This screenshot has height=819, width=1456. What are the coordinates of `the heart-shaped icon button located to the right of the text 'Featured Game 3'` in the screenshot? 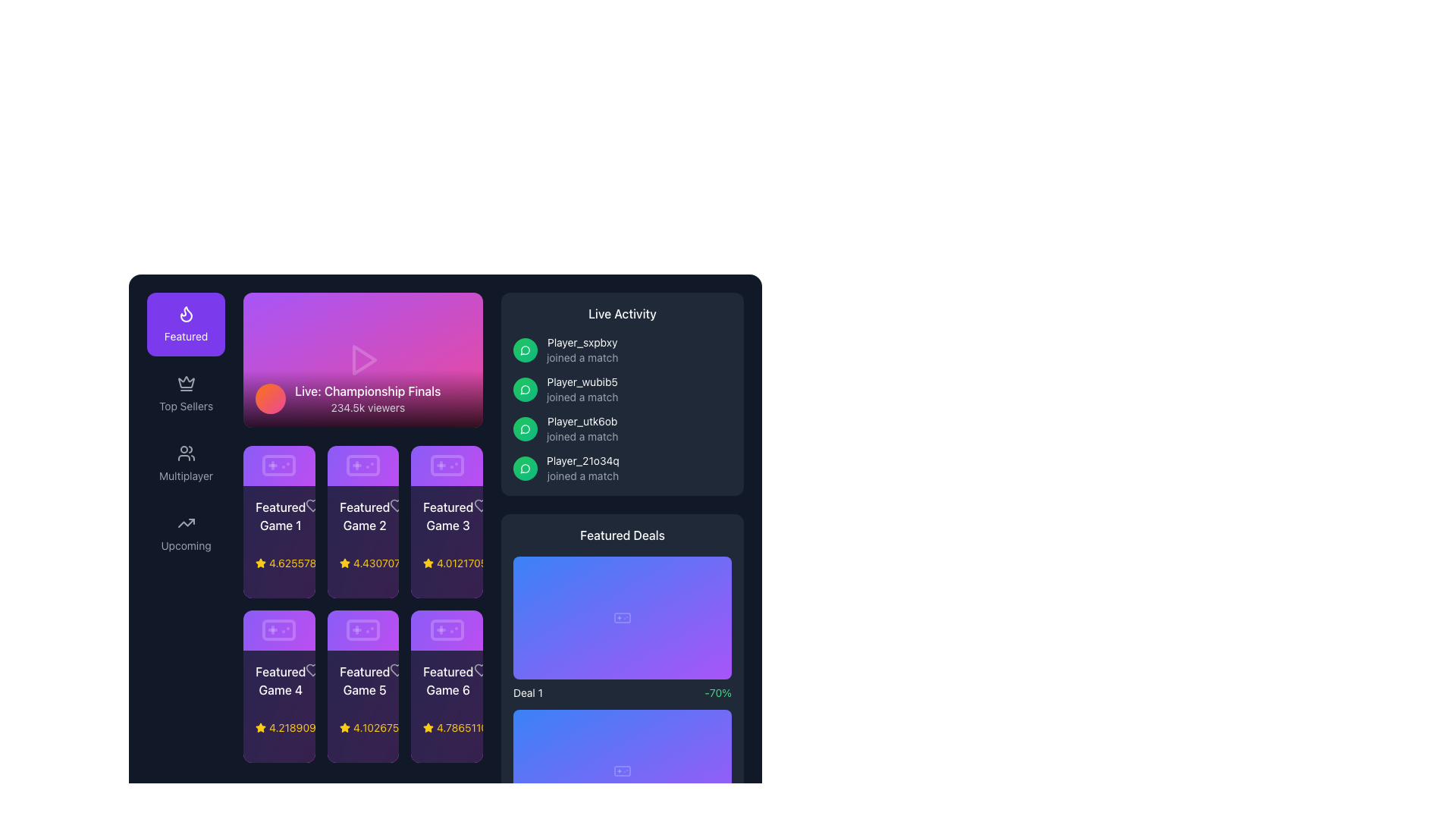 It's located at (480, 505).